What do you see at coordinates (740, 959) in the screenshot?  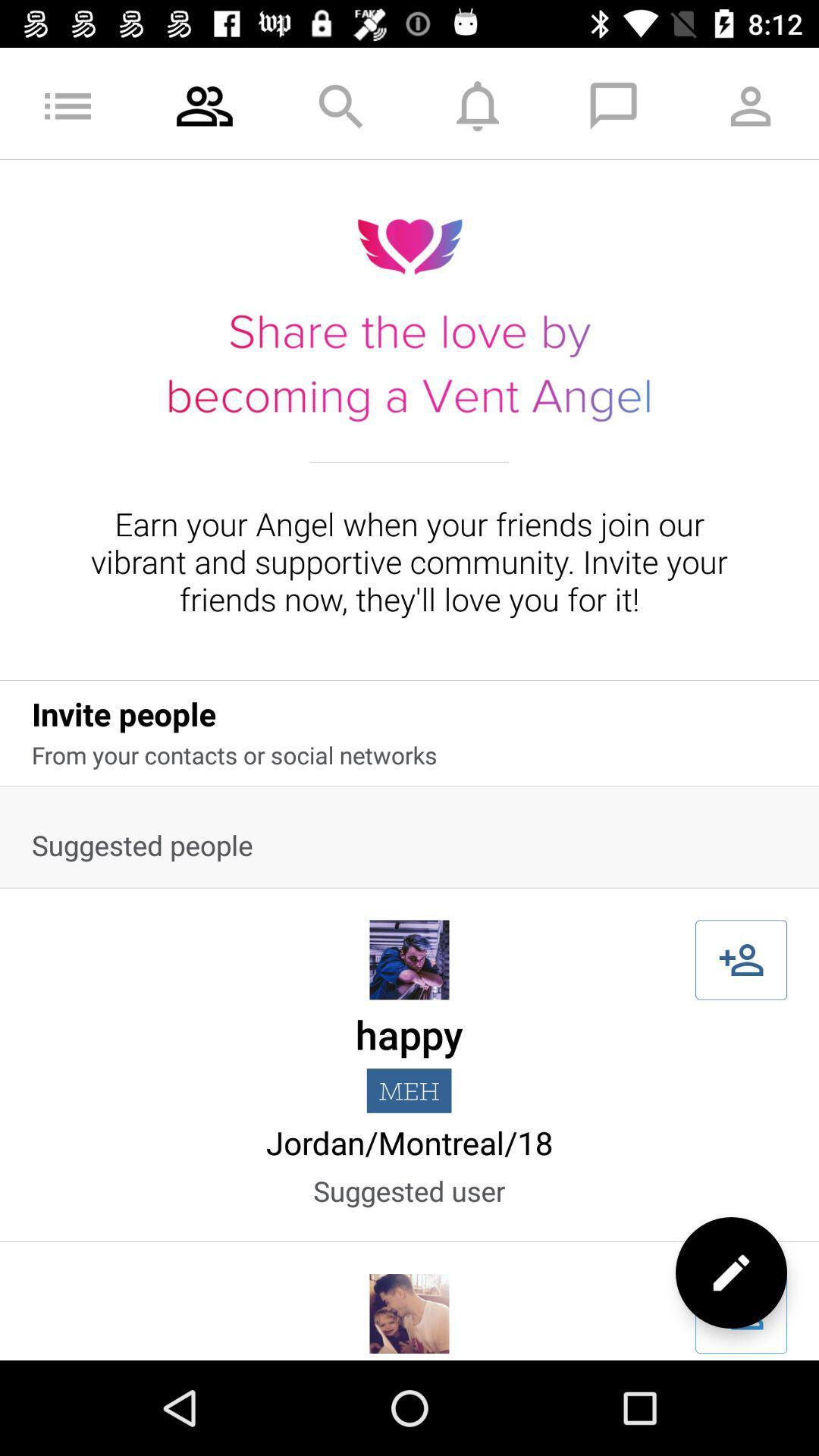 I see `user` at bounding box center [740, 959].